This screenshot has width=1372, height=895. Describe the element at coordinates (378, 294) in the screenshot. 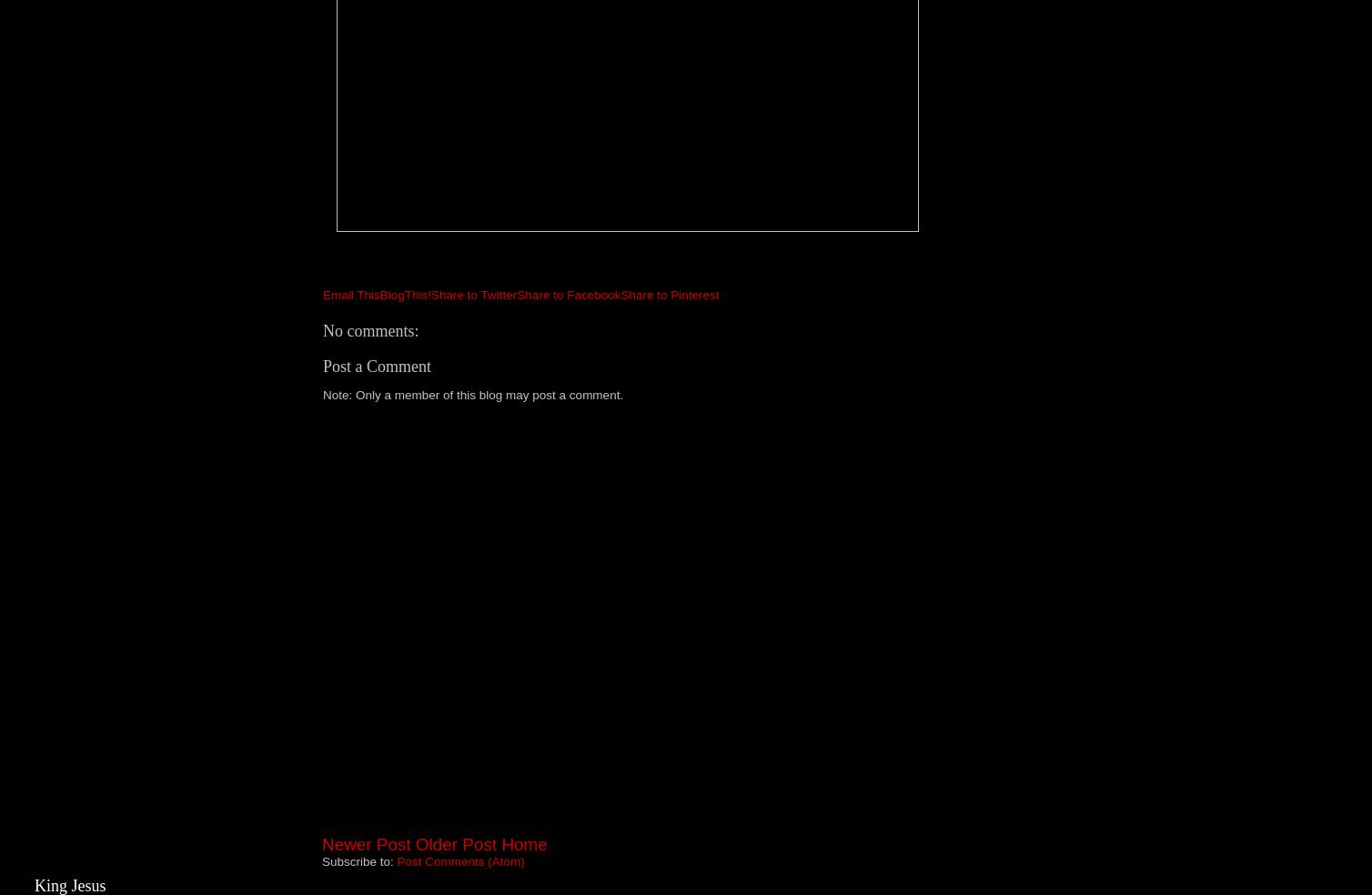

I see `'BlogThis!'` at that location.